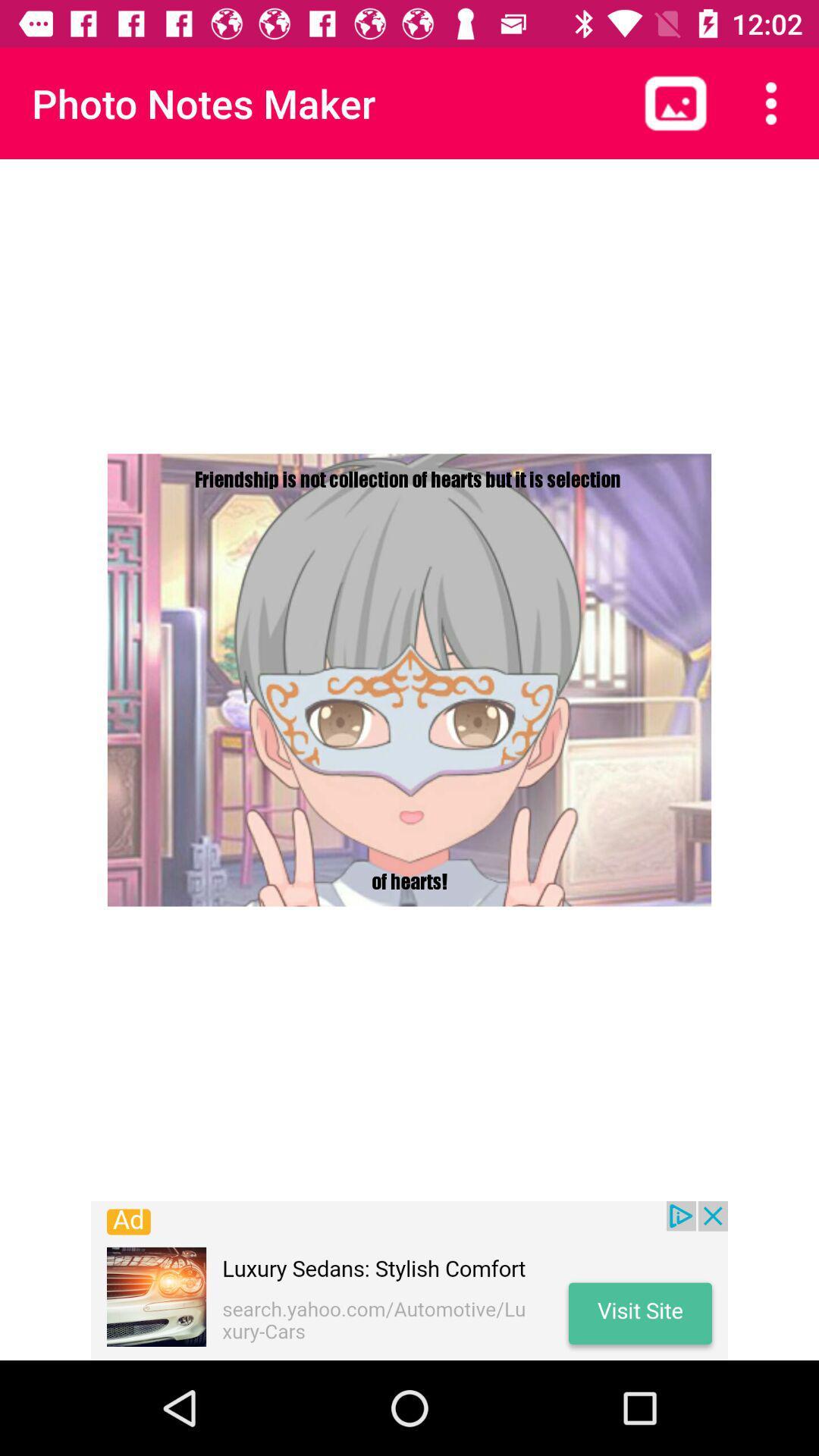  Describe the element at coordinates (771, 102) in the screenshot. I see `customize` at that location.